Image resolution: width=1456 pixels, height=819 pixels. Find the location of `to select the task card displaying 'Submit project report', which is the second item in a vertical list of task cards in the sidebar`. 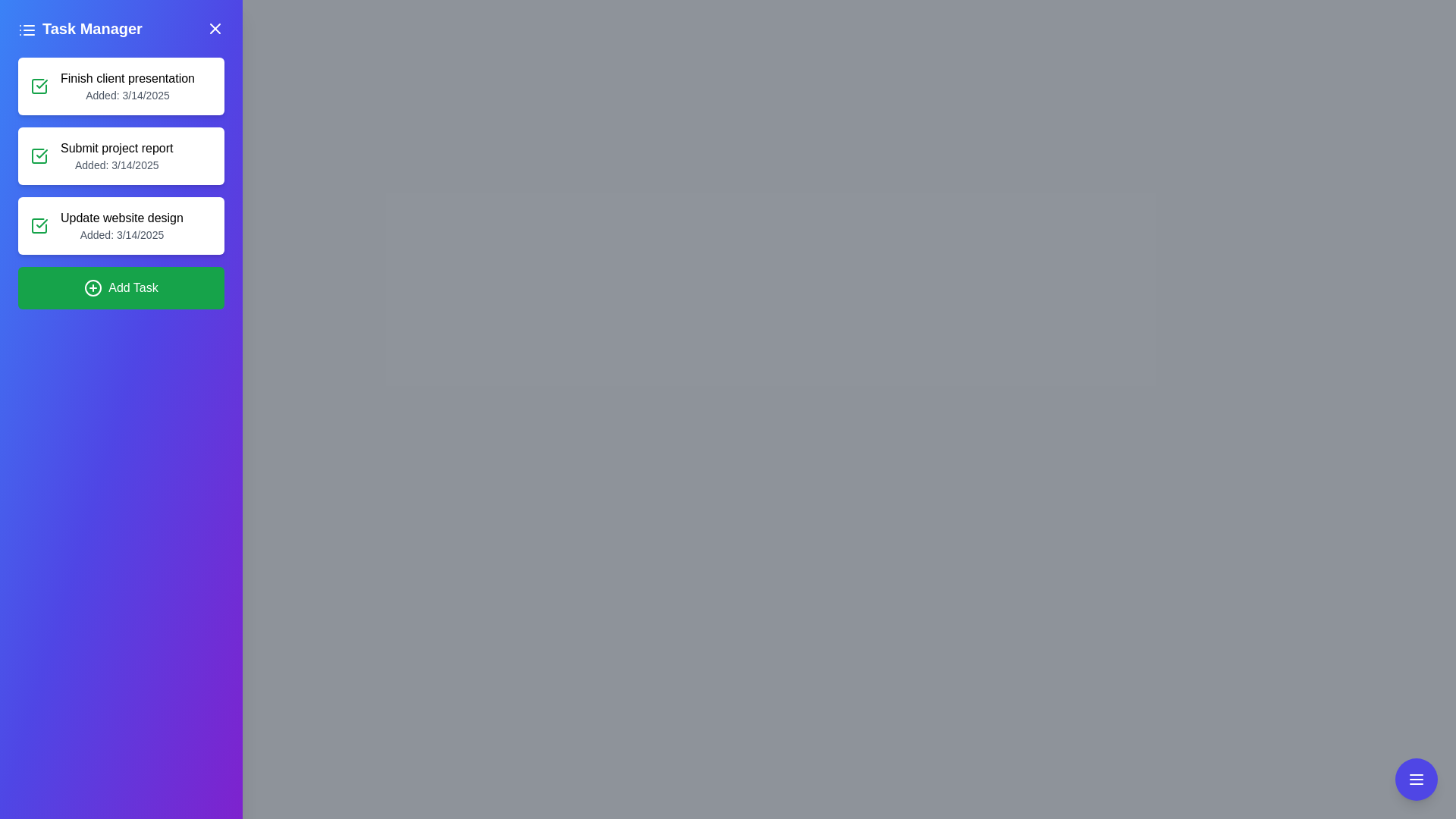

to select the task card displaying 'Submit project report', which is the second item in a vertical list of task cards in the sidebar is located at coordinates (120, 155).